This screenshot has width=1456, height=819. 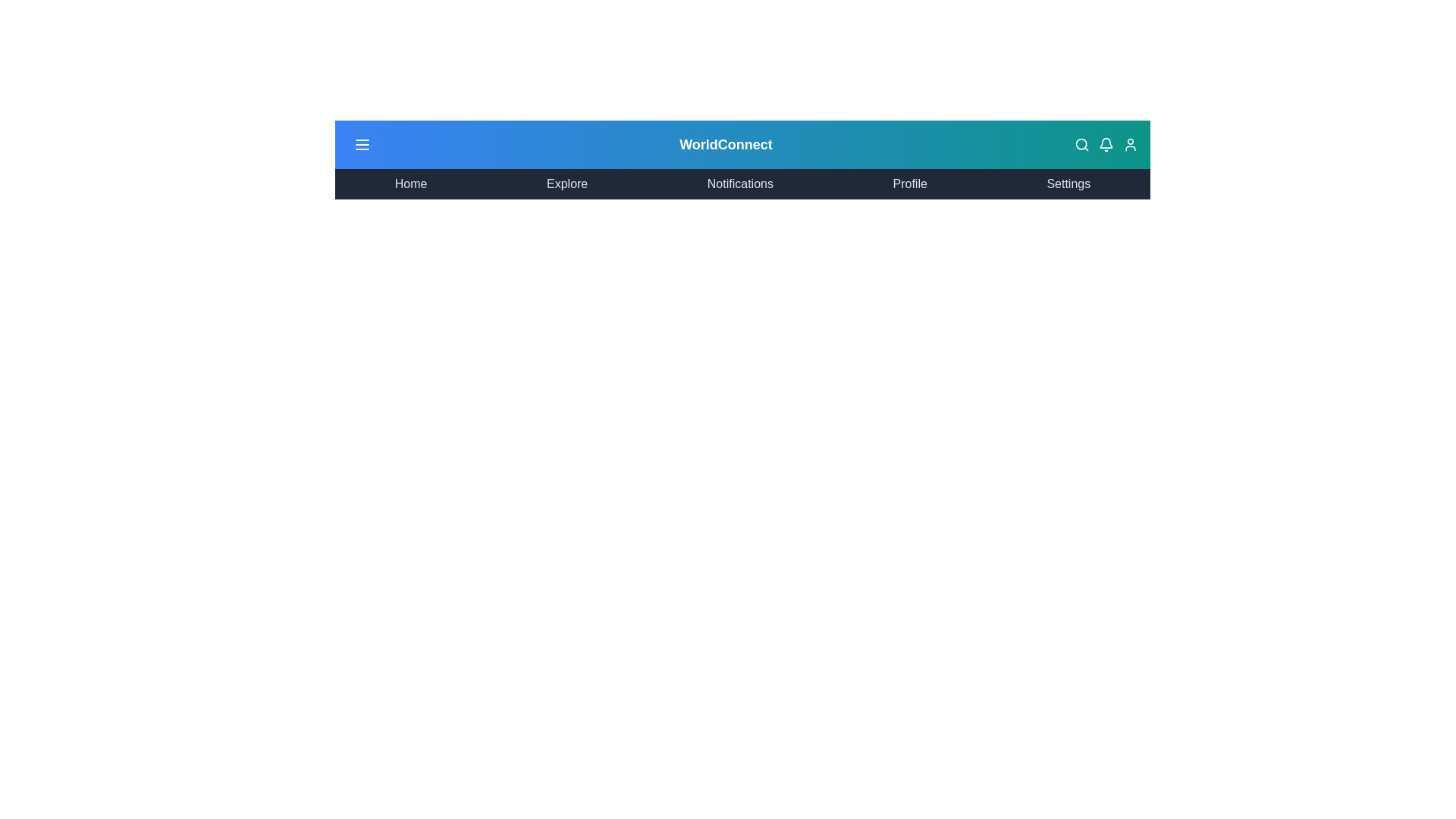 I want to click on the search icon in the top-right corner of the GlobalAppBar, so click(x=1081, y=145).